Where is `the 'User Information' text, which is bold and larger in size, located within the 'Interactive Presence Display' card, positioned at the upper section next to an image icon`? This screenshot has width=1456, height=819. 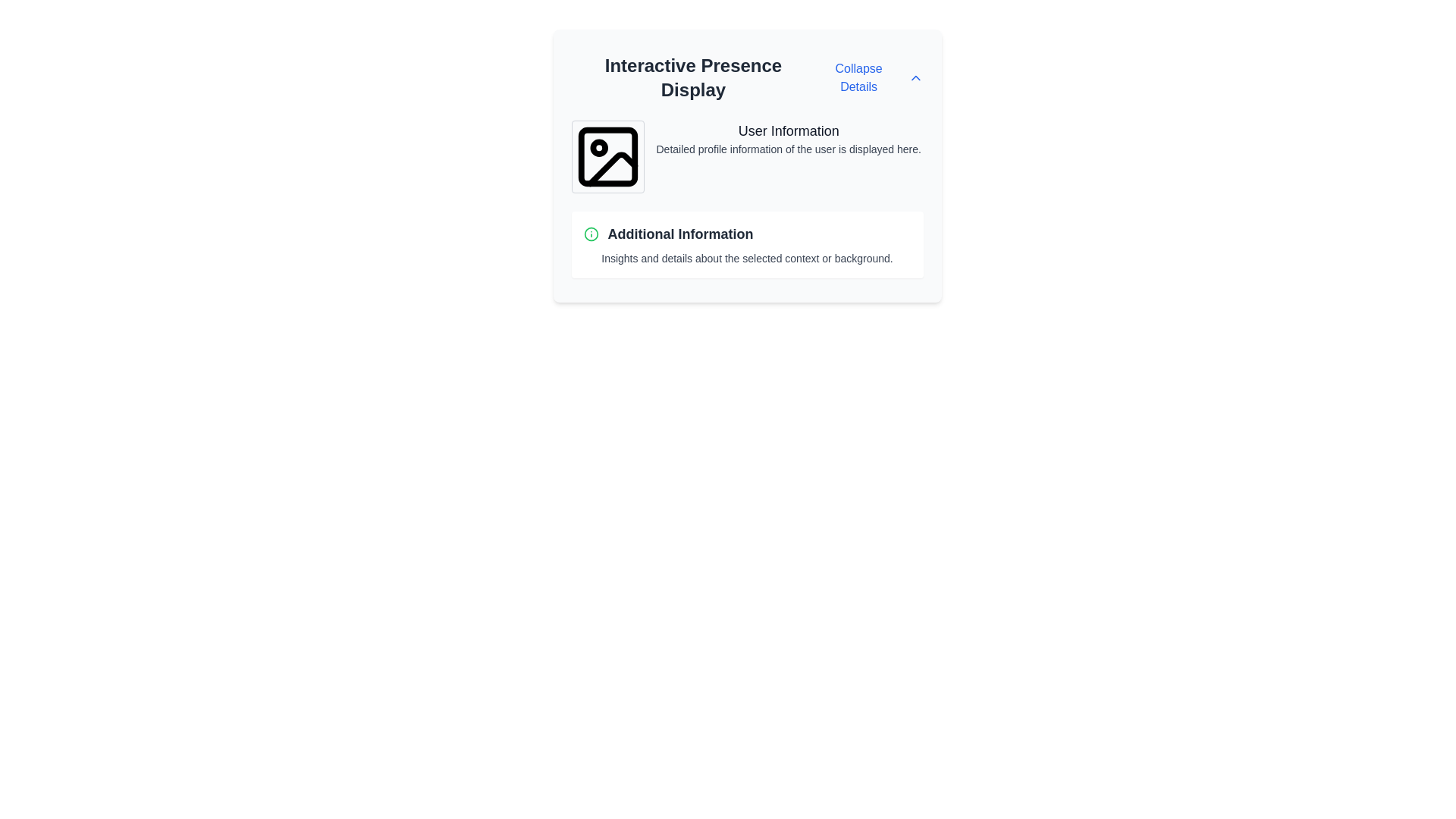
the 'User Information' text, which is bold and larger in size, located within the 'Interactive Presence Display' card, positioned at the upper section next to an image icon is located at coordinates (789, 130).